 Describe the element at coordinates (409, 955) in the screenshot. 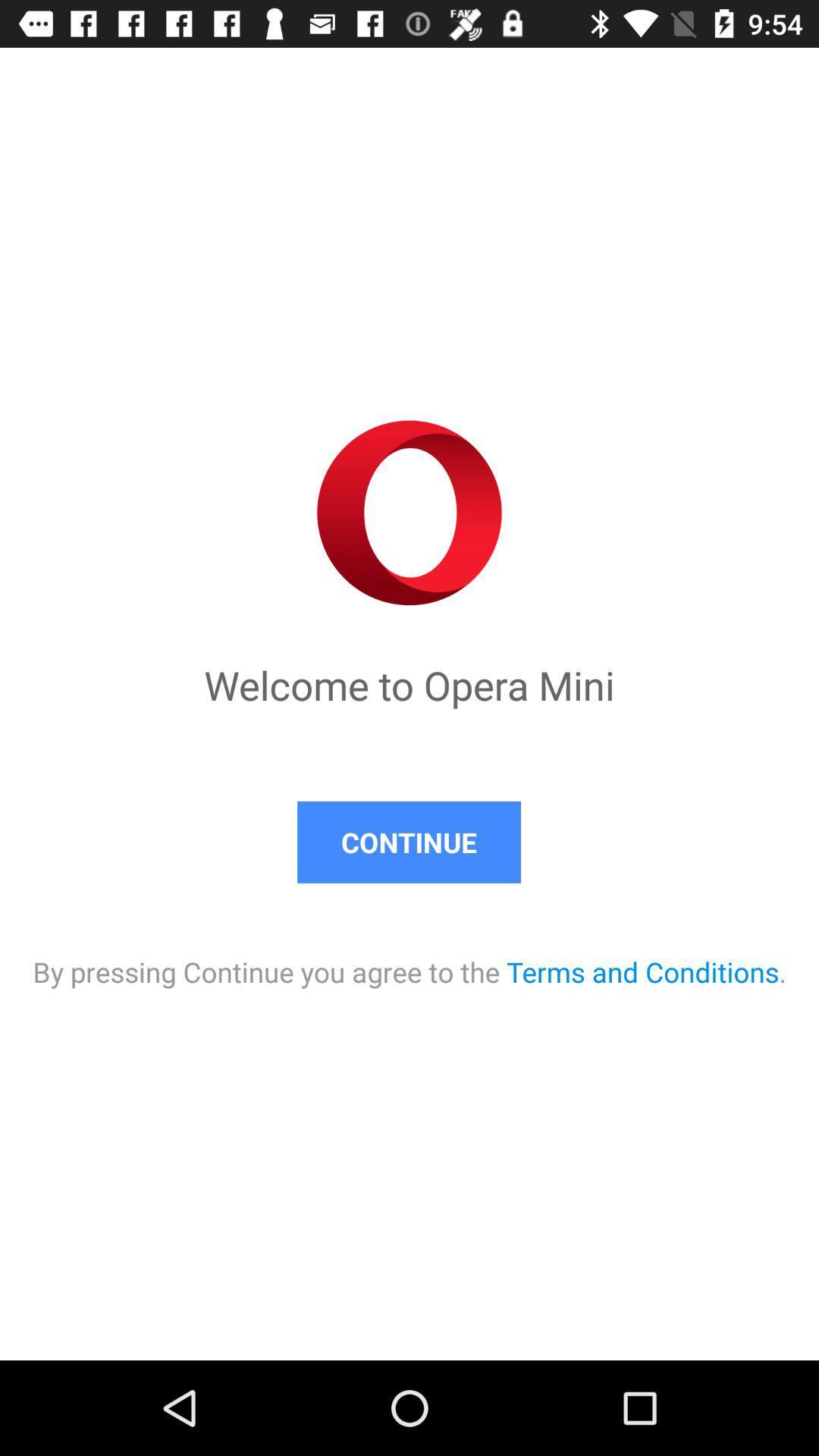

I see `the icon below the continue icon` at that location.